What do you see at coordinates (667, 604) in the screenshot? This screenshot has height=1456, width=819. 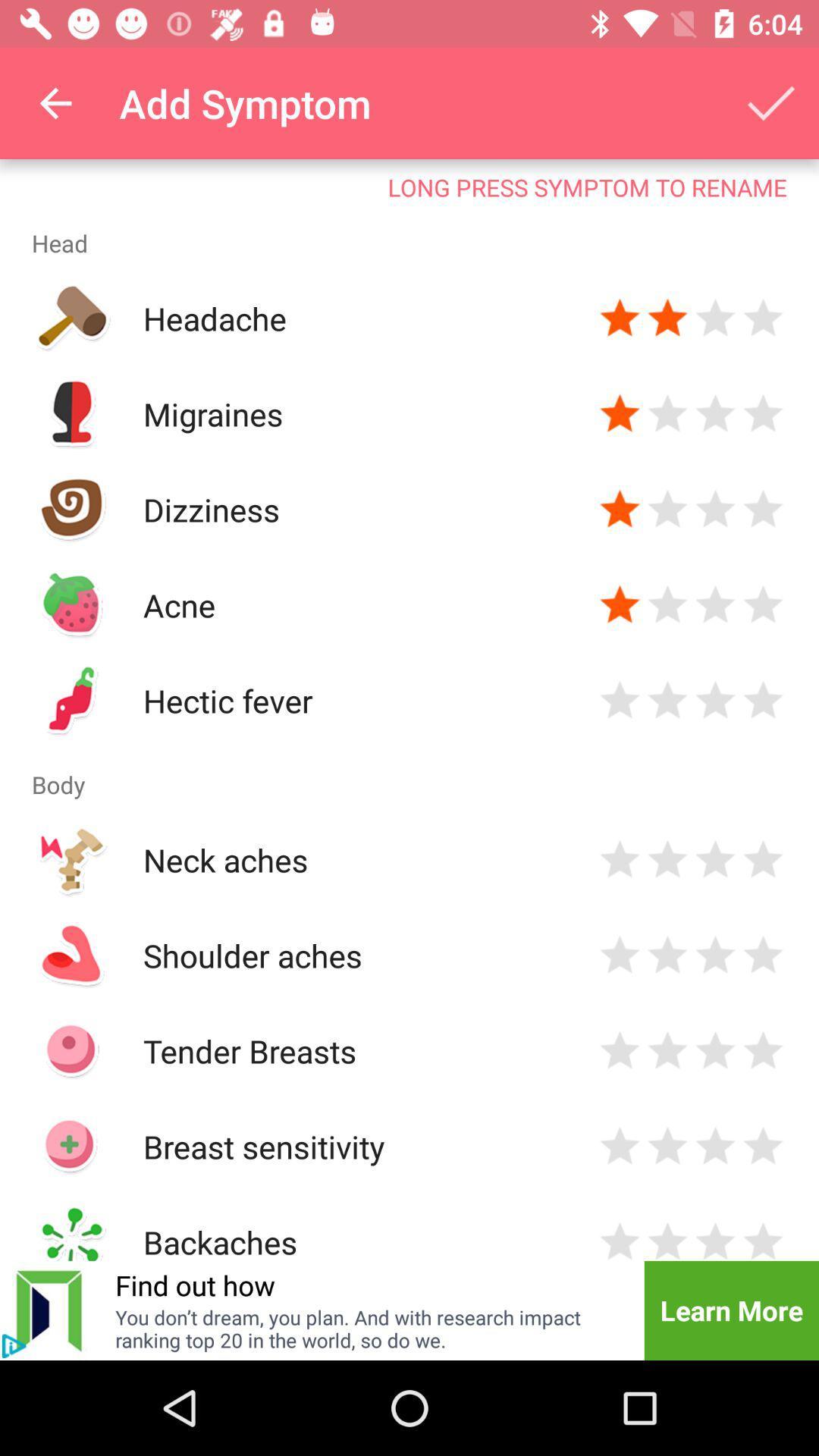 I see `rating` at bounding box center [667, 604].